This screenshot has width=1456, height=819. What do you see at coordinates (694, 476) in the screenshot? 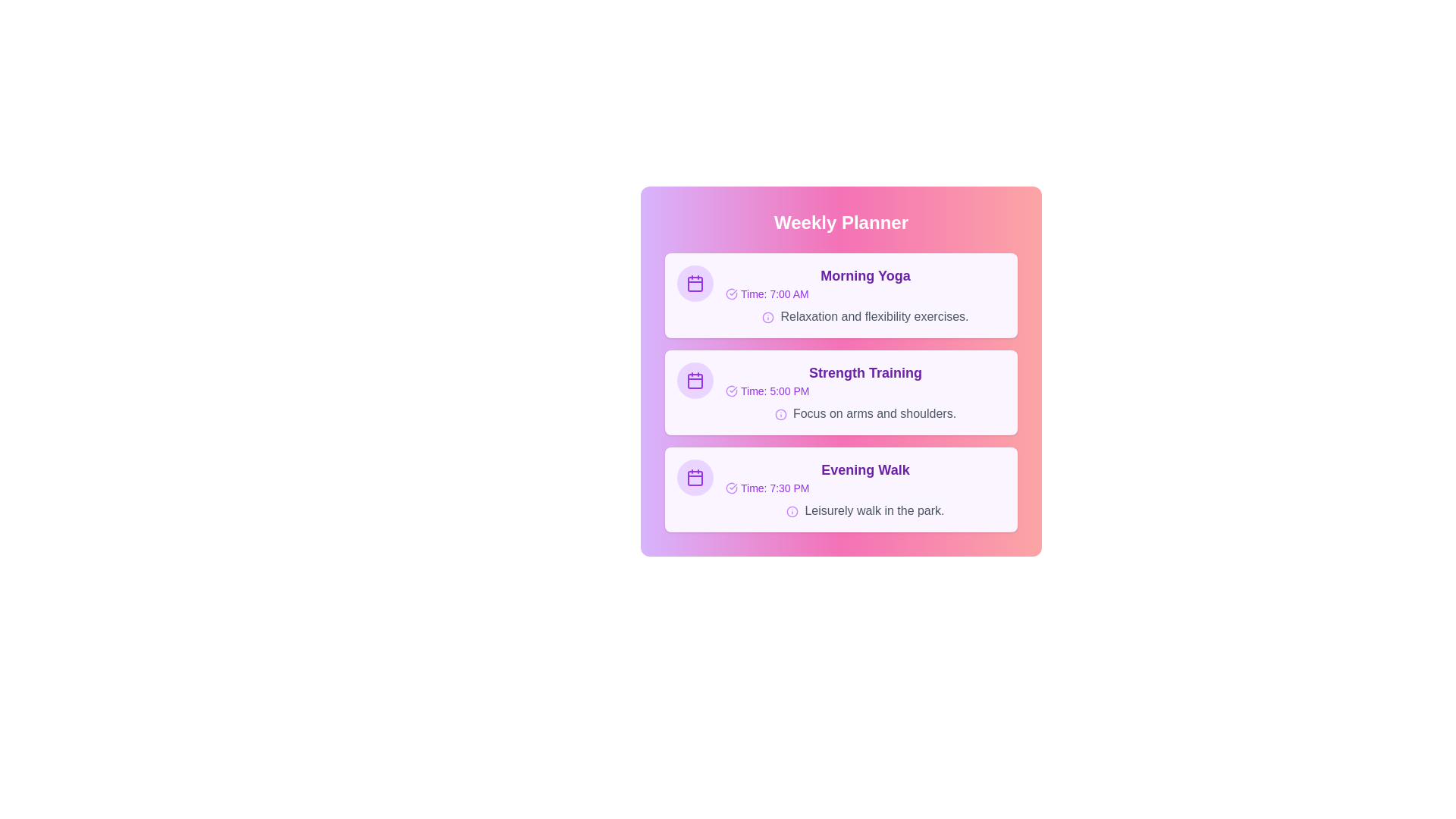
I see `the icon for Evening Walk to interact with it` at bounding box center [694, 476].